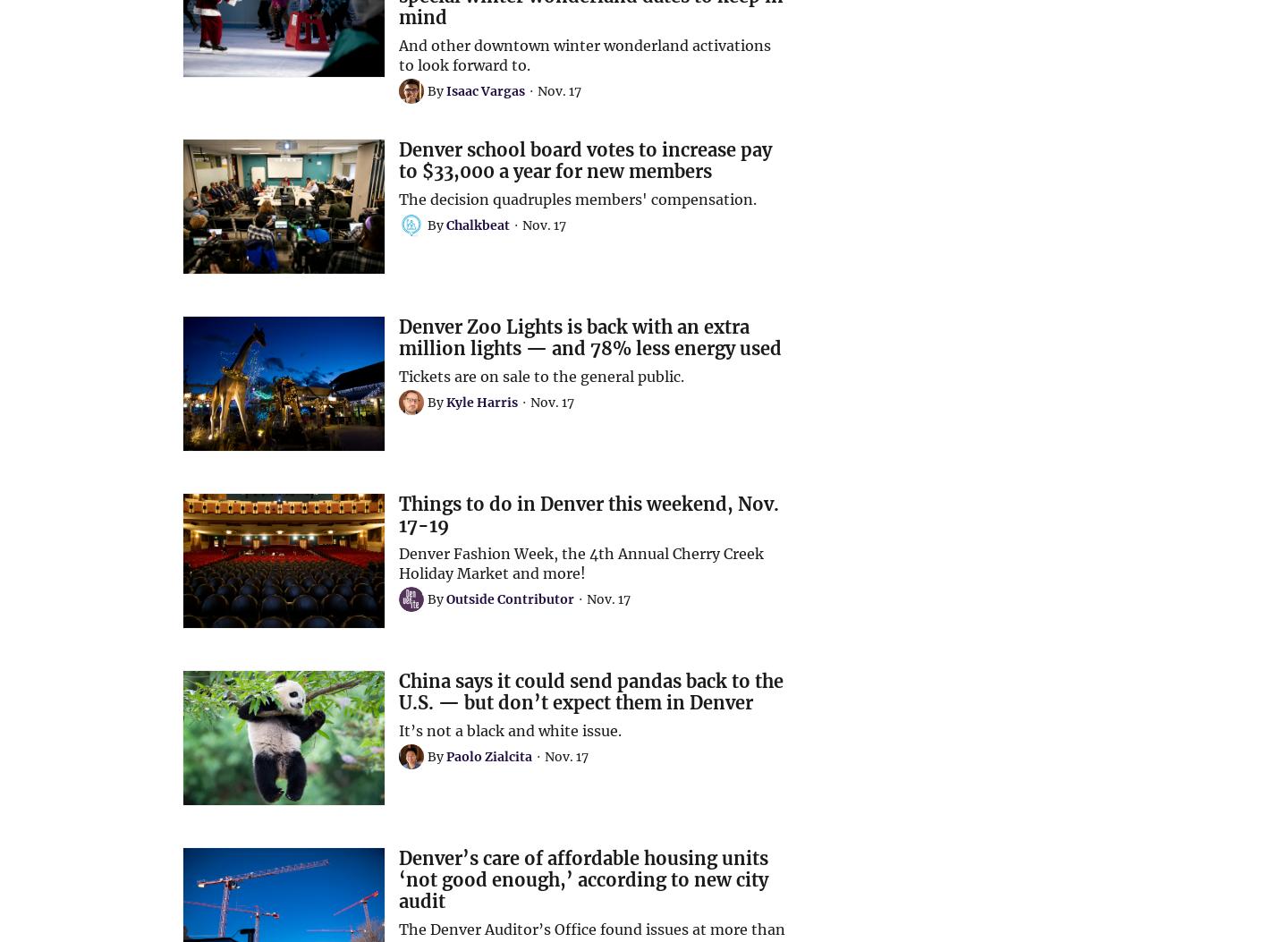  Describe the element at coordinates (539, 376) in the screenshot. I see `'Tickets are on sale to the general public.'` at that location.